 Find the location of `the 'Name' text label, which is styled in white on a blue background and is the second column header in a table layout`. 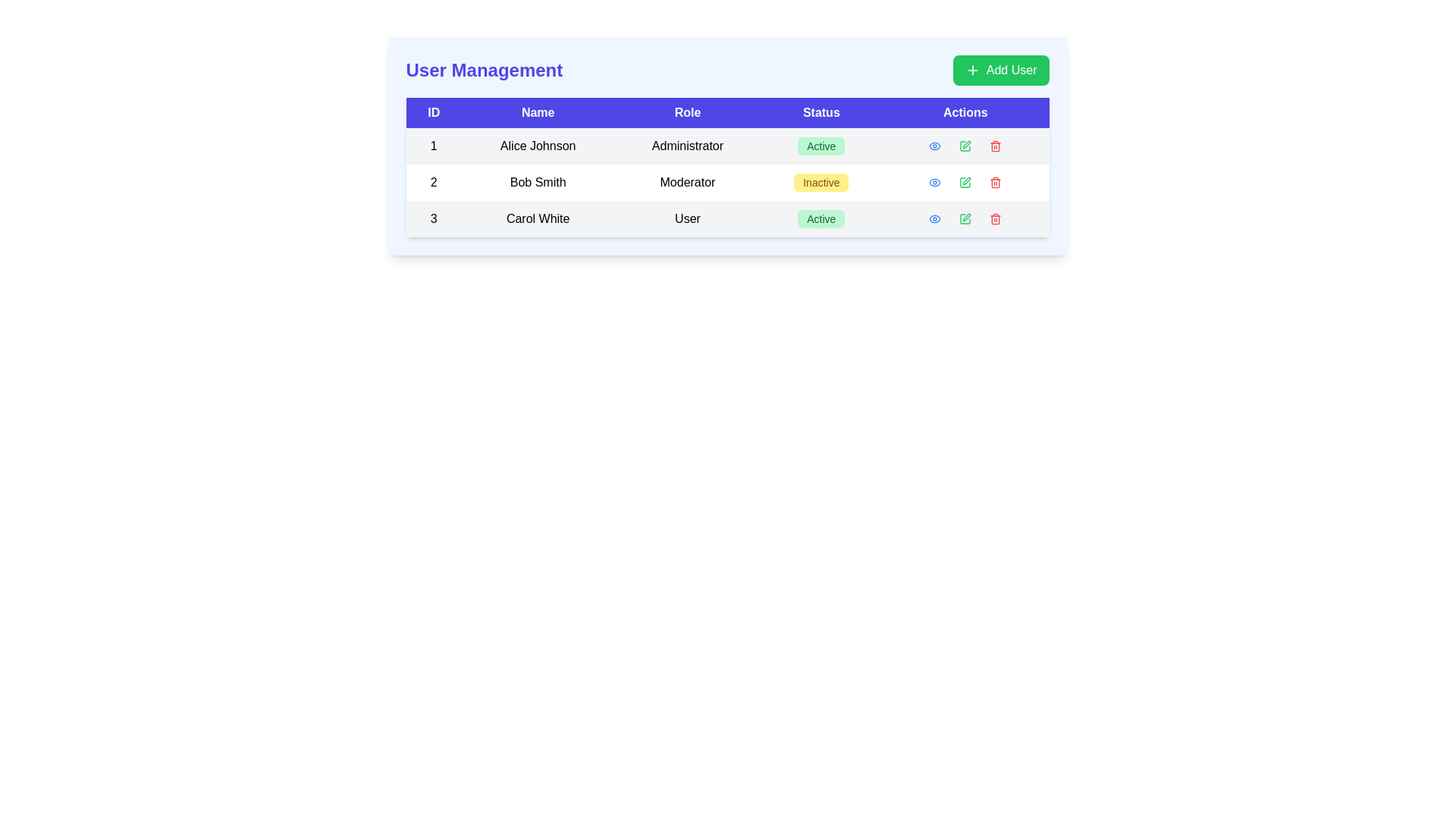

the 'Name' text label, which is styled in white on a blue background and is the second column header in a table layout is located at coordinates (538, 112).